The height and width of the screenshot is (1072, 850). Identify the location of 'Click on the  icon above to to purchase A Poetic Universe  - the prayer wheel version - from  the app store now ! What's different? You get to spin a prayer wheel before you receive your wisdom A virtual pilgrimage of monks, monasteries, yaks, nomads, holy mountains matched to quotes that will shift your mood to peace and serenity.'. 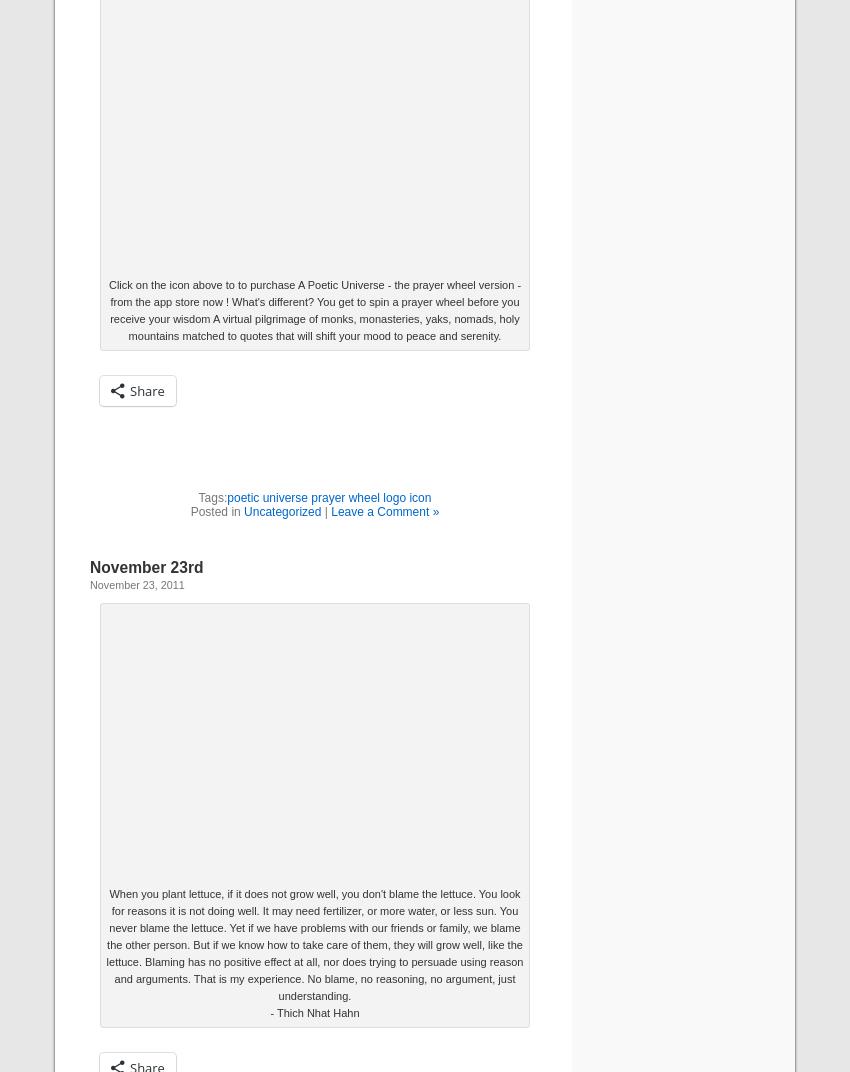
(107, 308).